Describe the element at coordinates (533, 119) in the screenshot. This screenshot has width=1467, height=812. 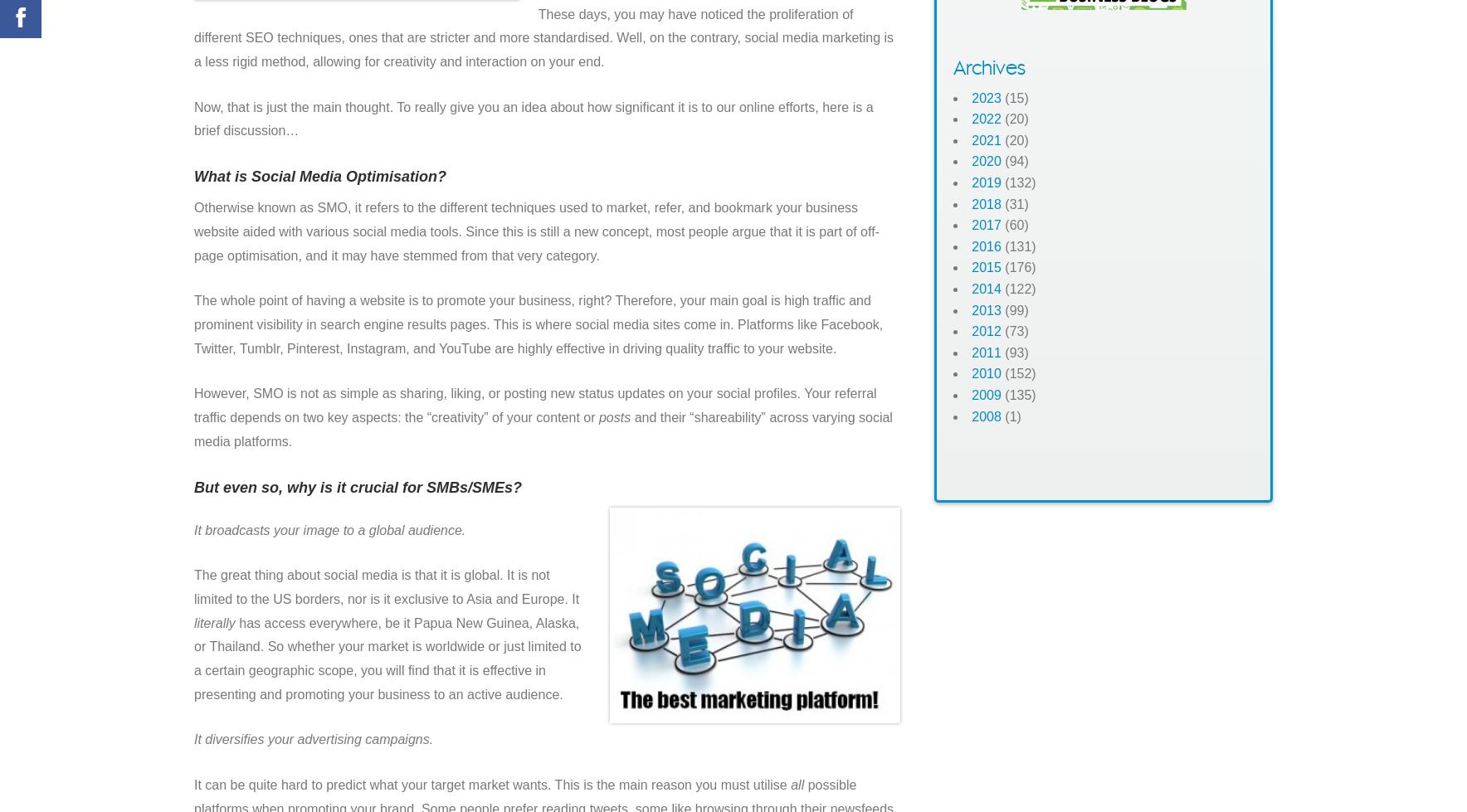
I see `'Now, that is just the main thought. To really give you an idea about how significant it is to our online efforts, here is a brief discussion…'` at that location.